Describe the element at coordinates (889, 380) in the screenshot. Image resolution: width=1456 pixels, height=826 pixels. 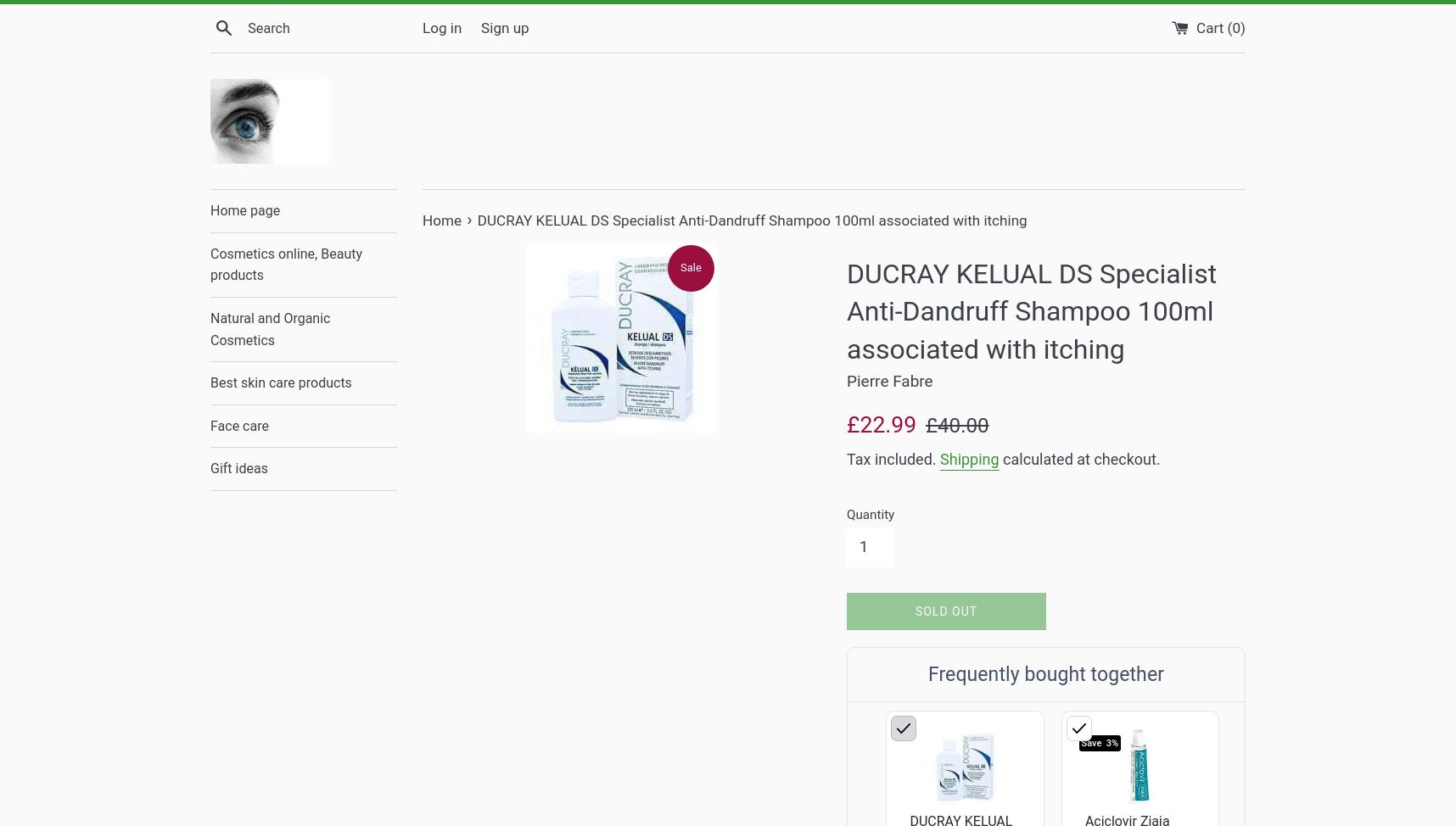
I see `'Pierre Fabre'` at that location.